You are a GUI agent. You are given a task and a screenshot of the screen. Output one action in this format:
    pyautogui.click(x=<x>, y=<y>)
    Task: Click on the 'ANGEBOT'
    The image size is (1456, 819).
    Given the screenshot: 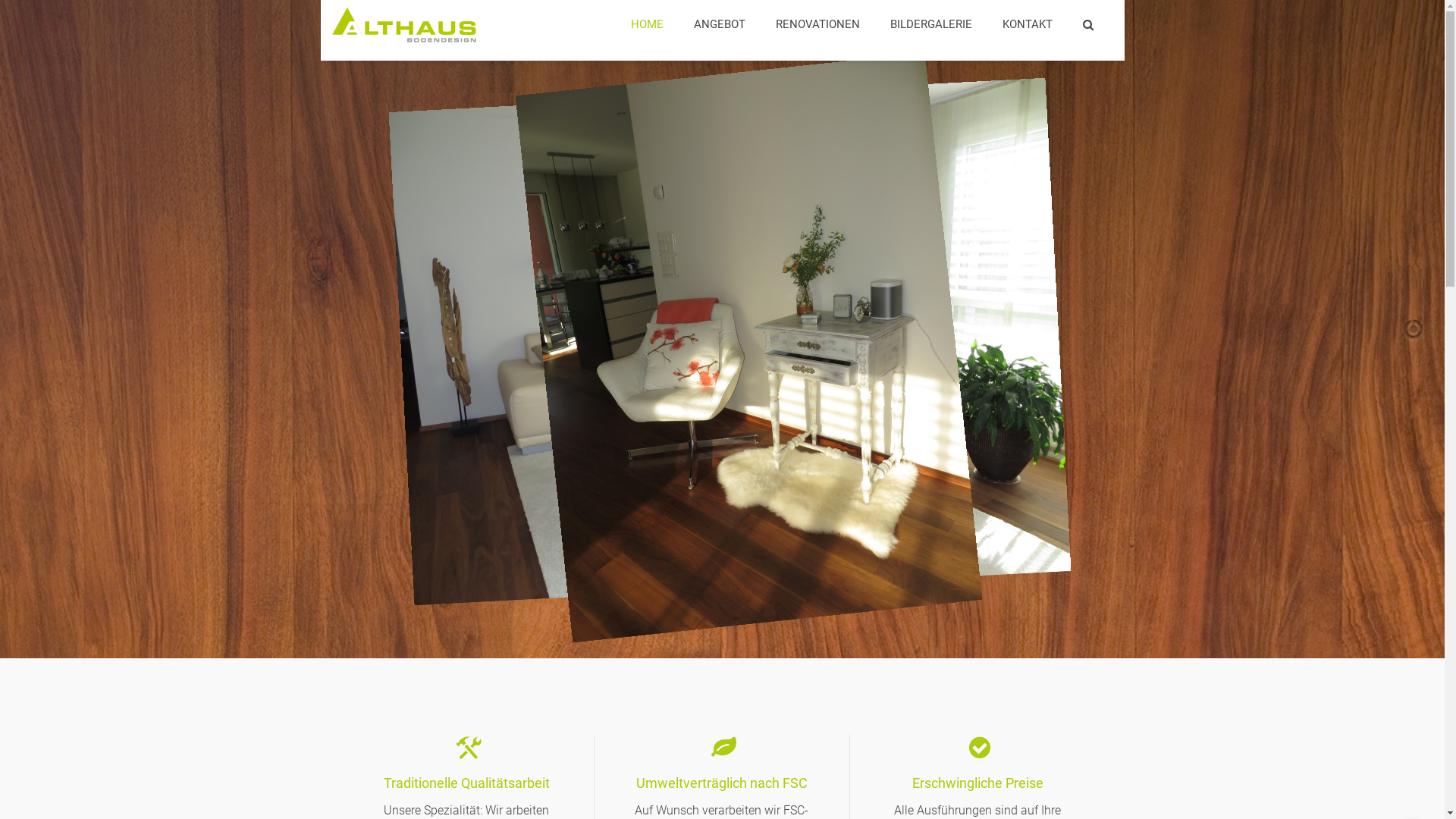 What is the action you would take?
    pyautogui.click(x=718, y=24)
    